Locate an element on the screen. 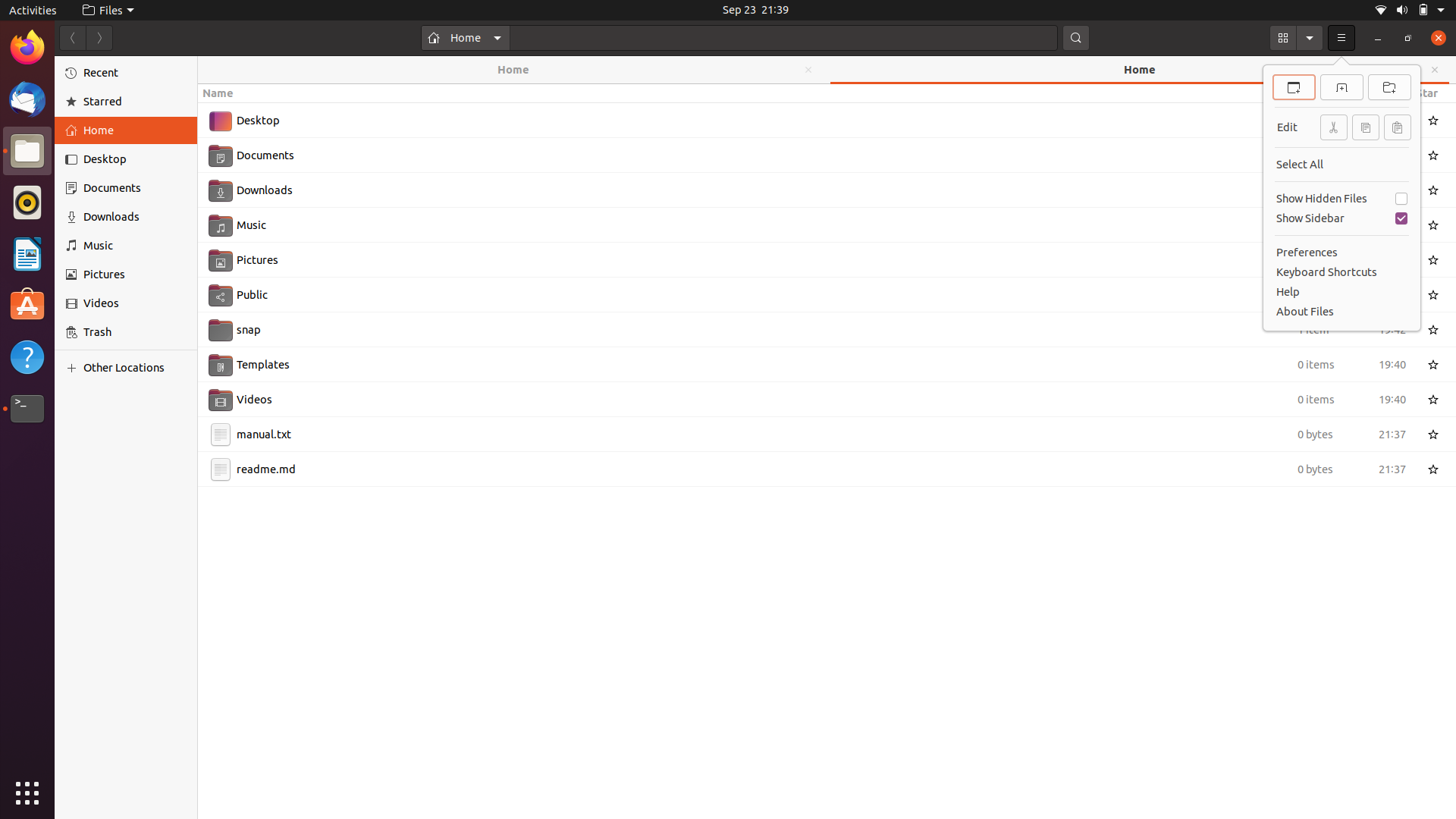 The image size is (1456, 819). the filename from readme.md to README.md by utilizing mouse and keyboard is located at coordinates (810, 467).